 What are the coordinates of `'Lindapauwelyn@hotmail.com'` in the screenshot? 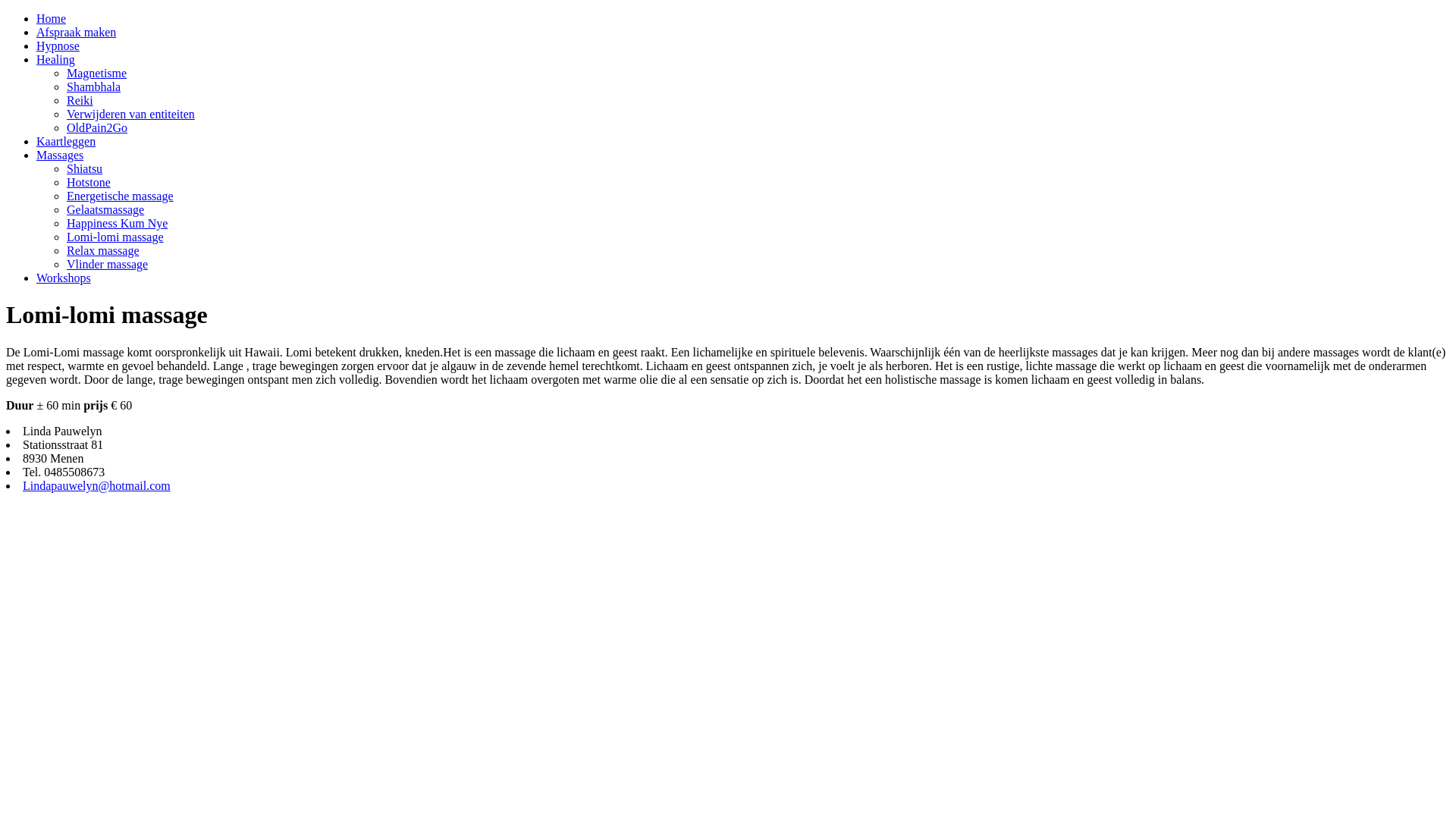 It's located at (96, 485).